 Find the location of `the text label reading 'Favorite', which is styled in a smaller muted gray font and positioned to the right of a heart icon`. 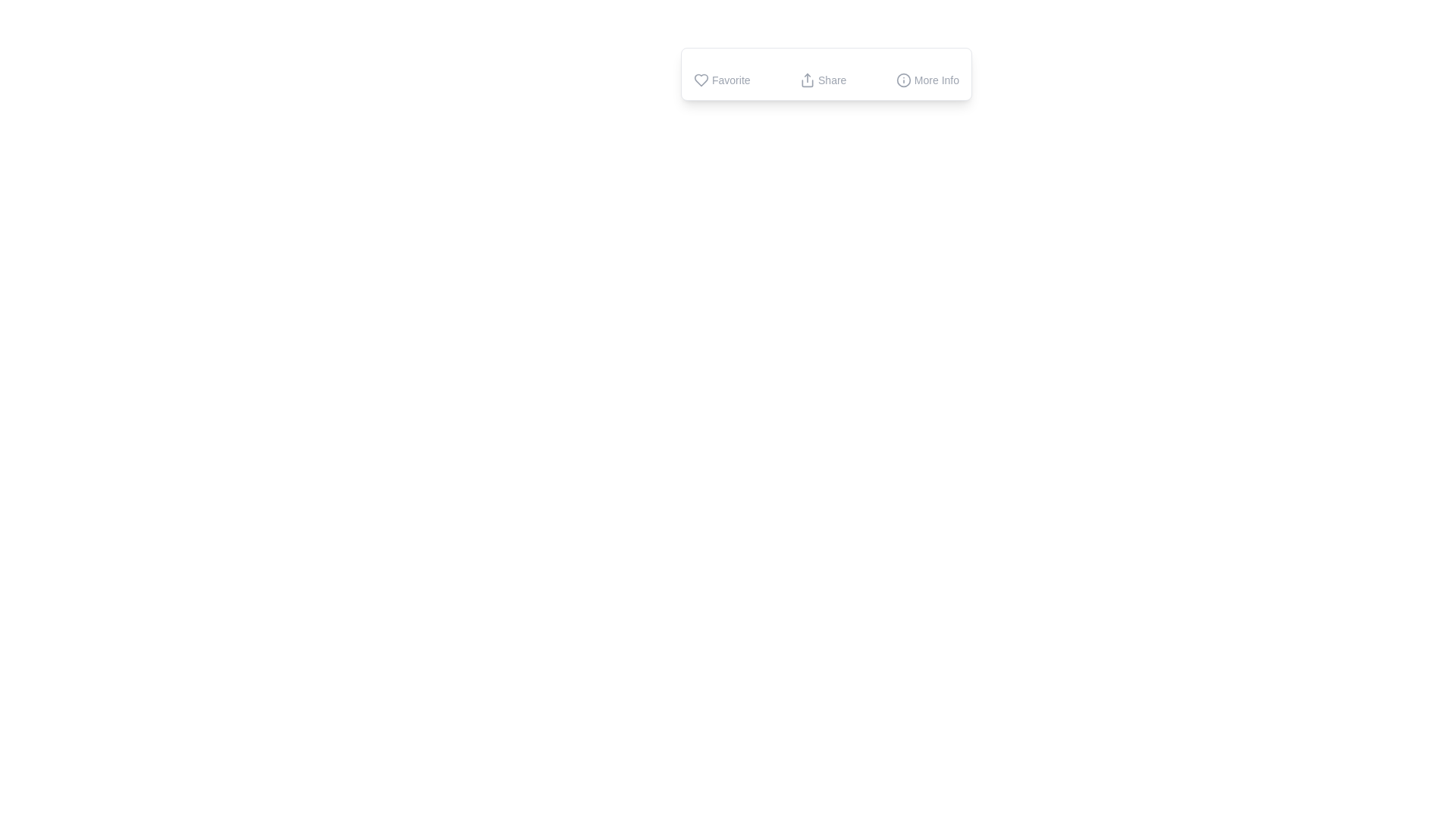

the text label reading 'Favorite', which is styled in a smaller muted gray font and positioned to the right of a heart icon is located at coordinates (731, 80).